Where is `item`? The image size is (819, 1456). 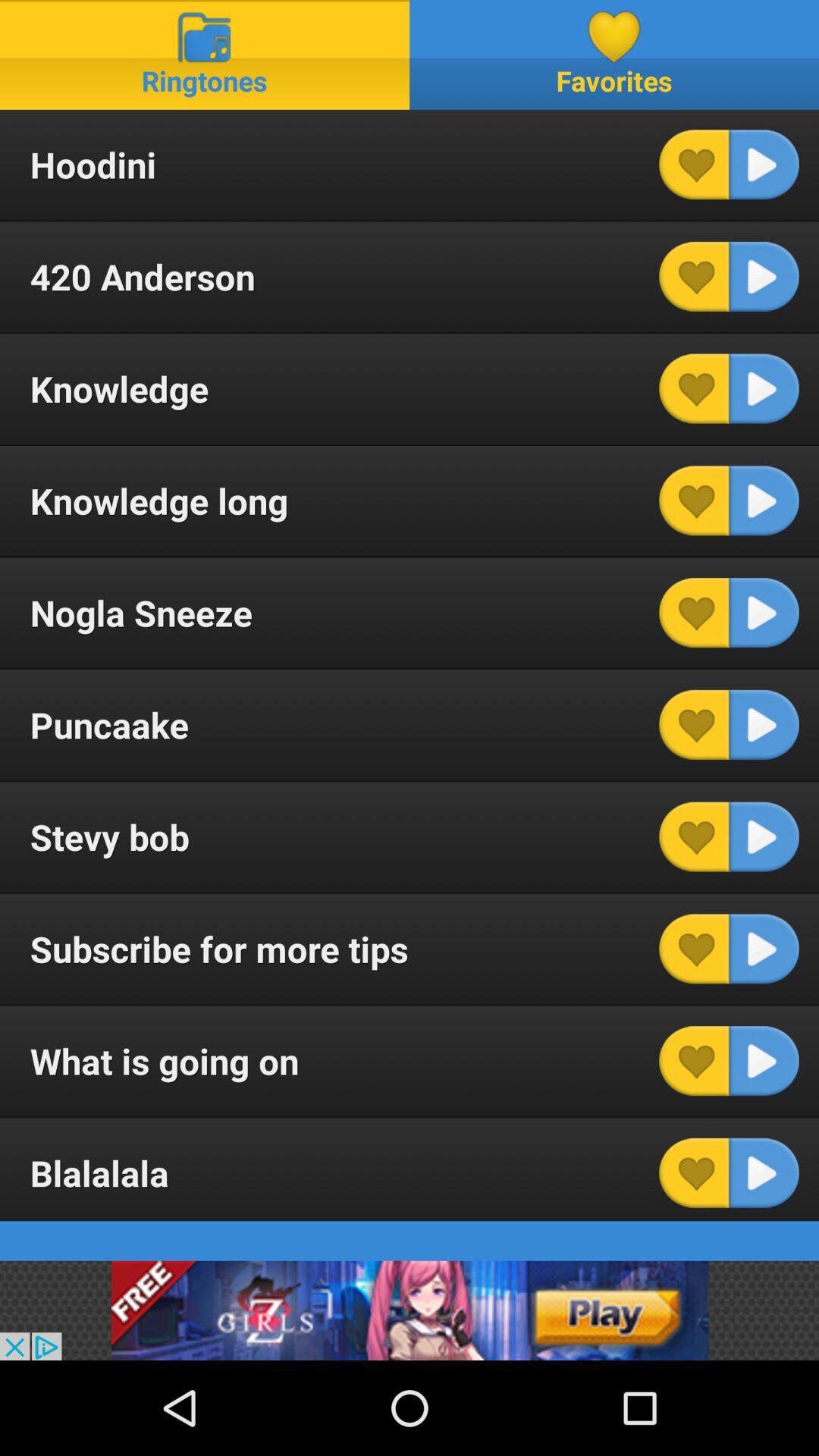
item is located at coordinates (764, 1172).